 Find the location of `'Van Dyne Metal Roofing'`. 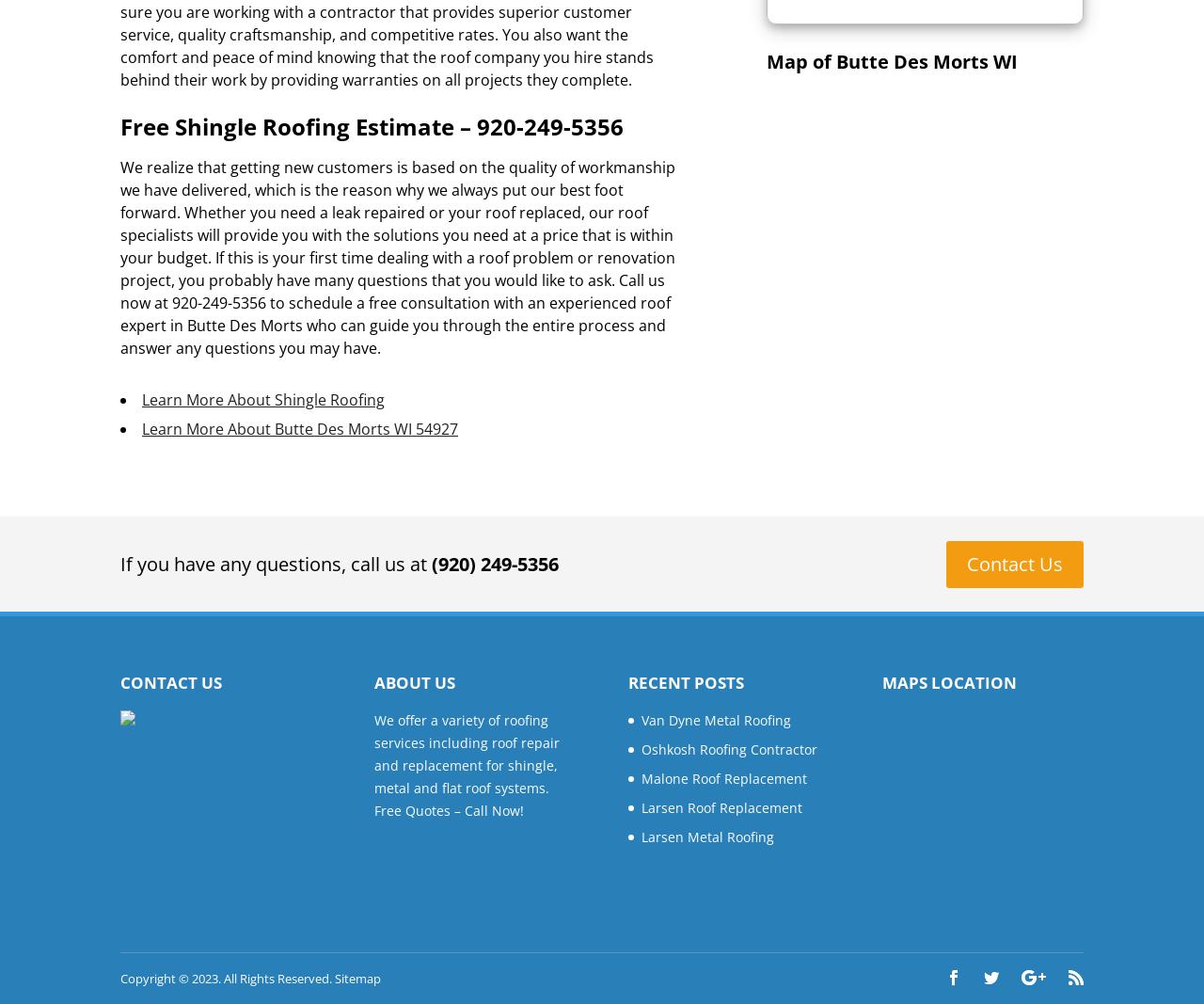

'Van Dyne Metal Roofing' is located at coordinates (715, 718).